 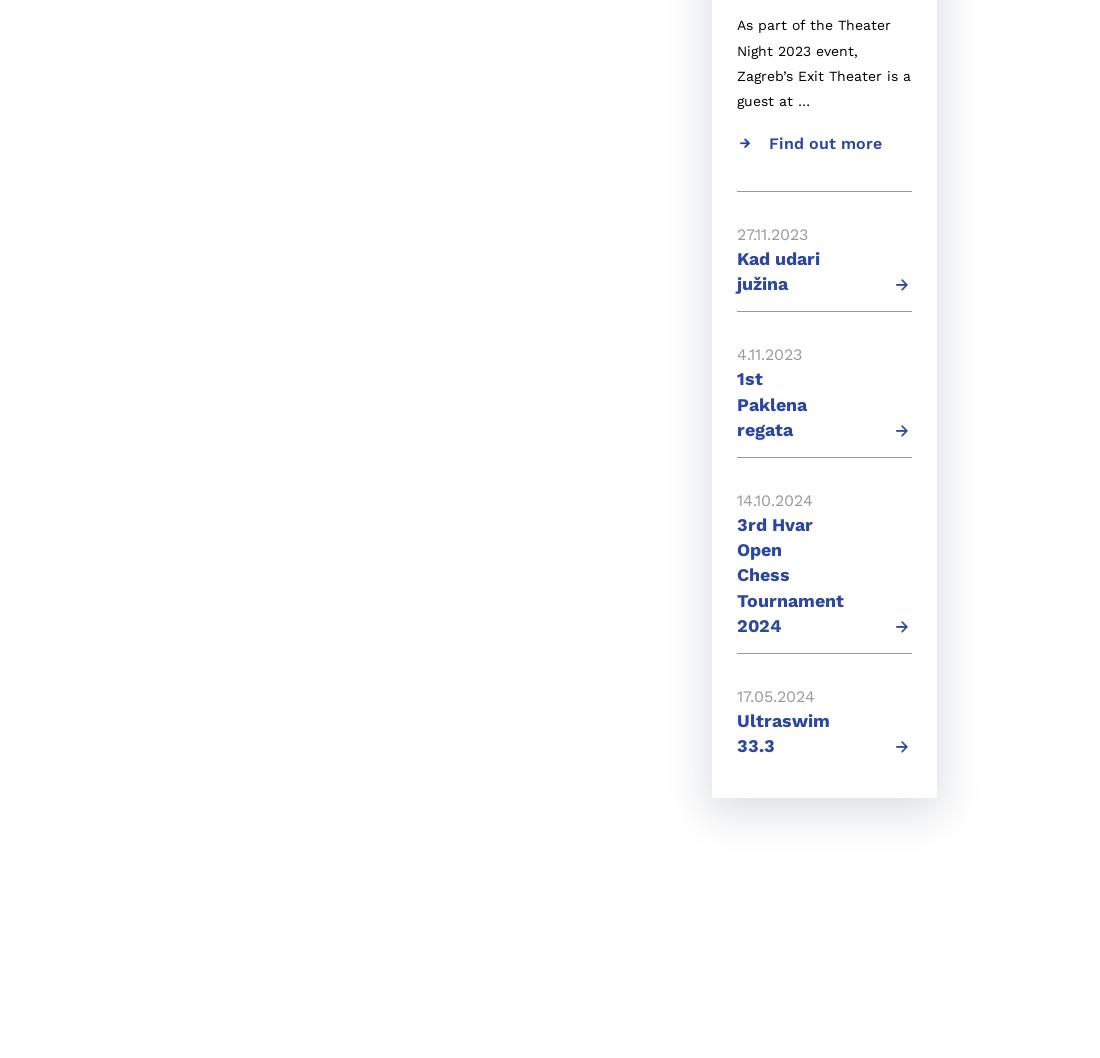 I want to click on 'Find out more', so click(x=825, y=142).